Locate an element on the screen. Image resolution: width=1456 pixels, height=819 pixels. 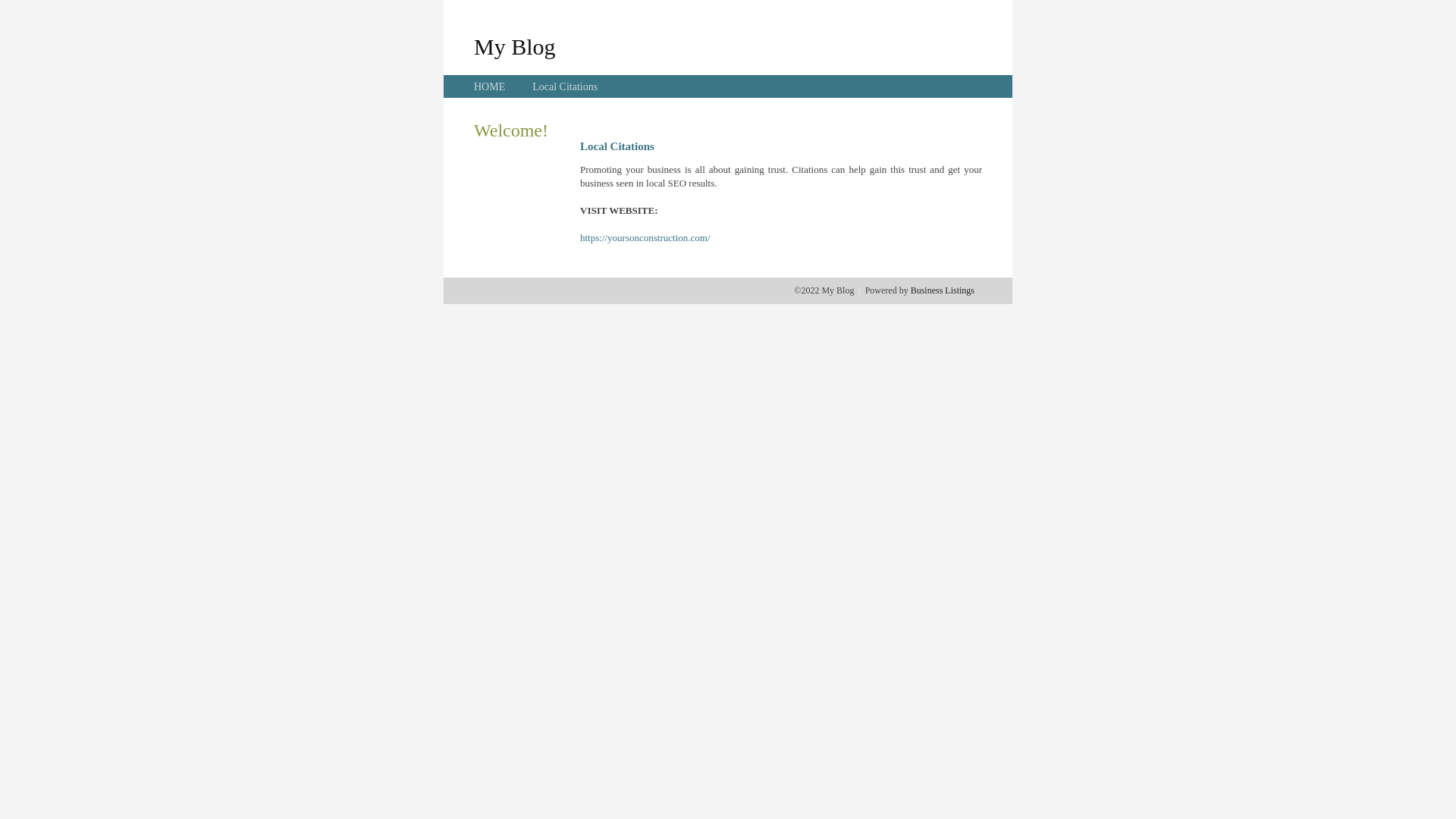
'My Blog' is located at coordinates (514, 45).